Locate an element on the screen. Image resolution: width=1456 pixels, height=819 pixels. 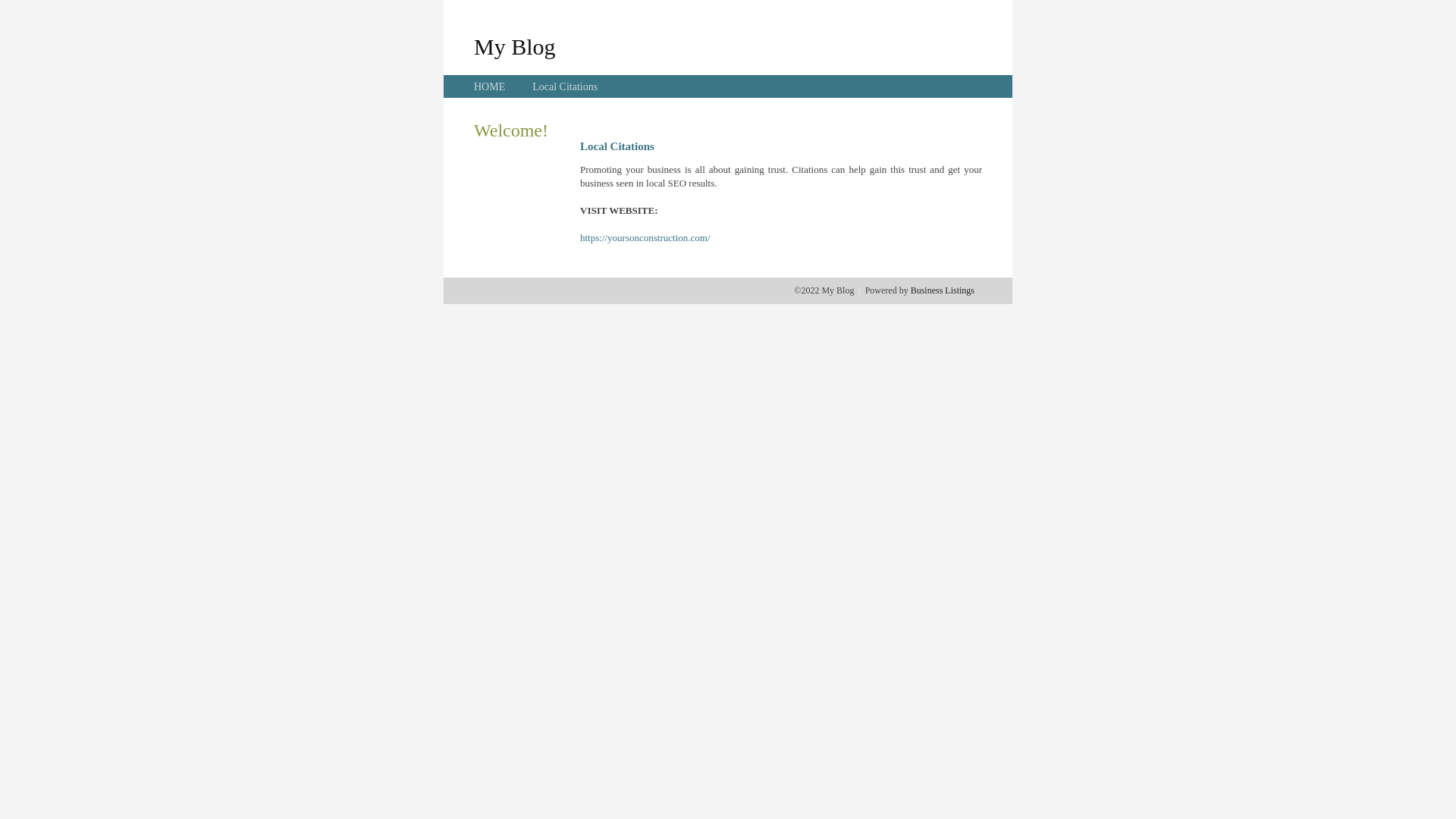
'My Blog' is located at coordinates (514, 45).